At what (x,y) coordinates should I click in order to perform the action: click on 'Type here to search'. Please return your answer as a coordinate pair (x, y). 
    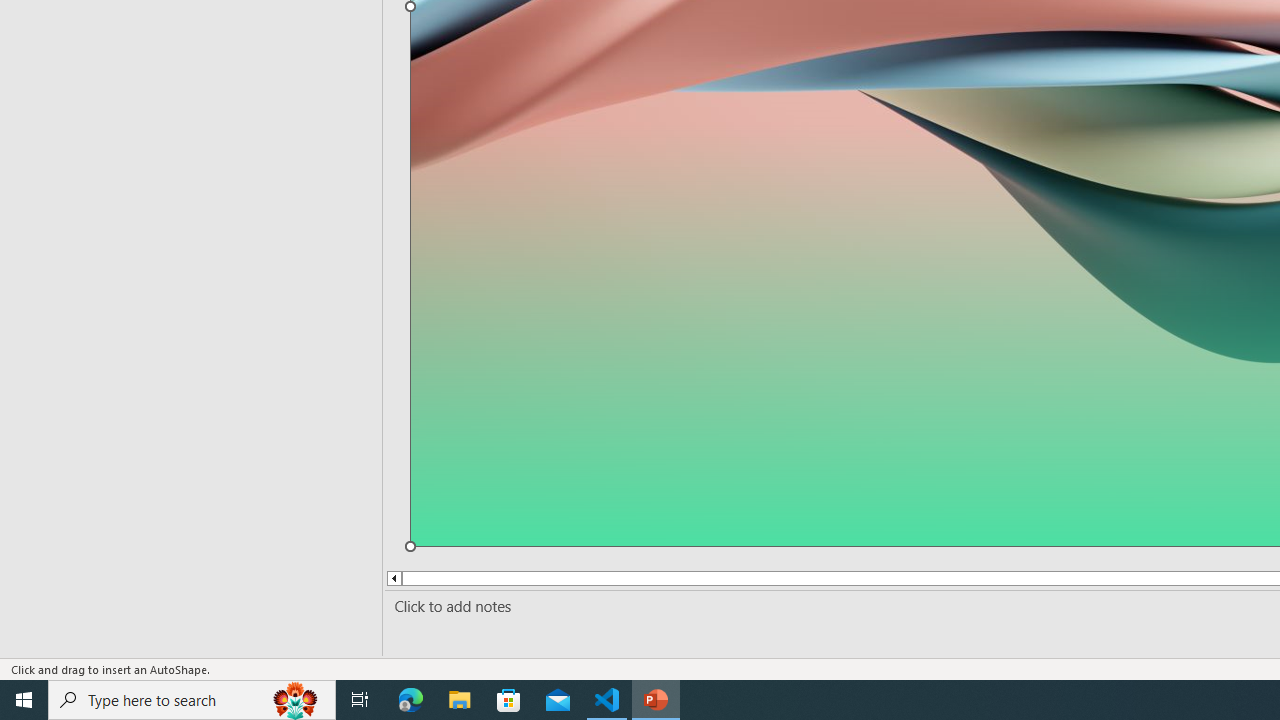
    Looking at the image, I should click on (192, 698).